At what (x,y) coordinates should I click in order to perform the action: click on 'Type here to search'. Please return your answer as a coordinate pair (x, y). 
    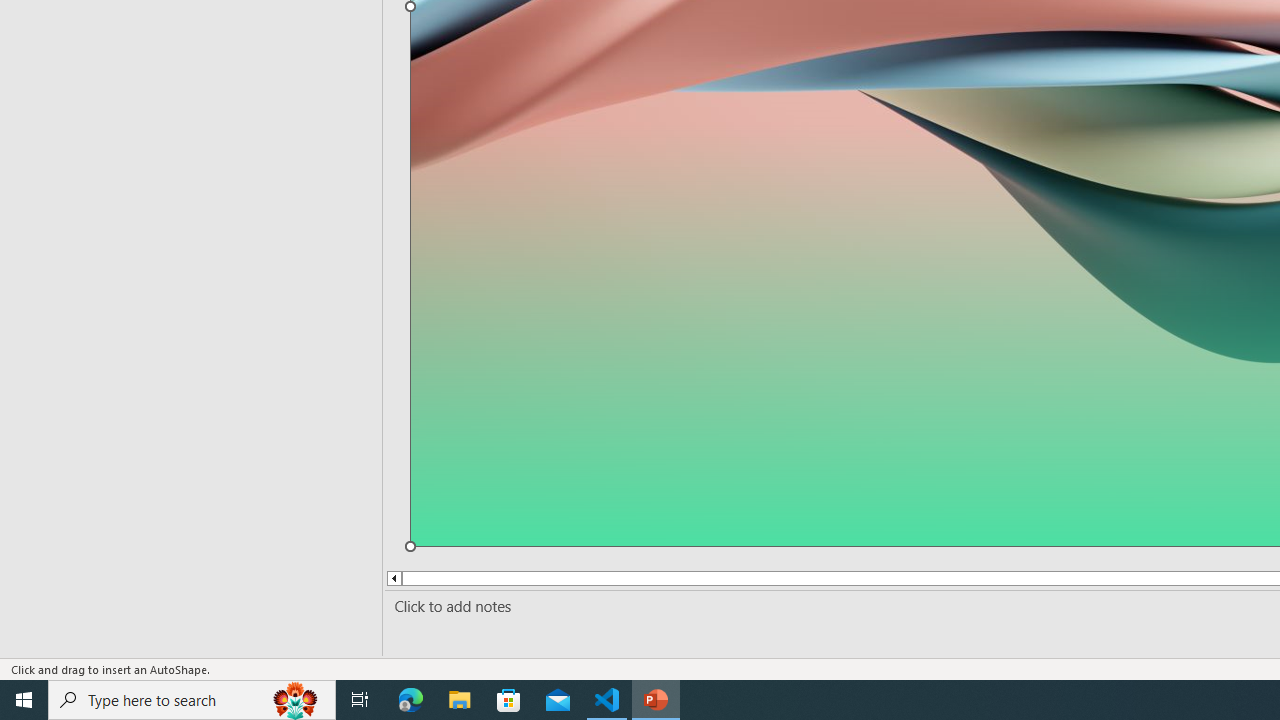
    Looking at the image, I should click on (192, 698).